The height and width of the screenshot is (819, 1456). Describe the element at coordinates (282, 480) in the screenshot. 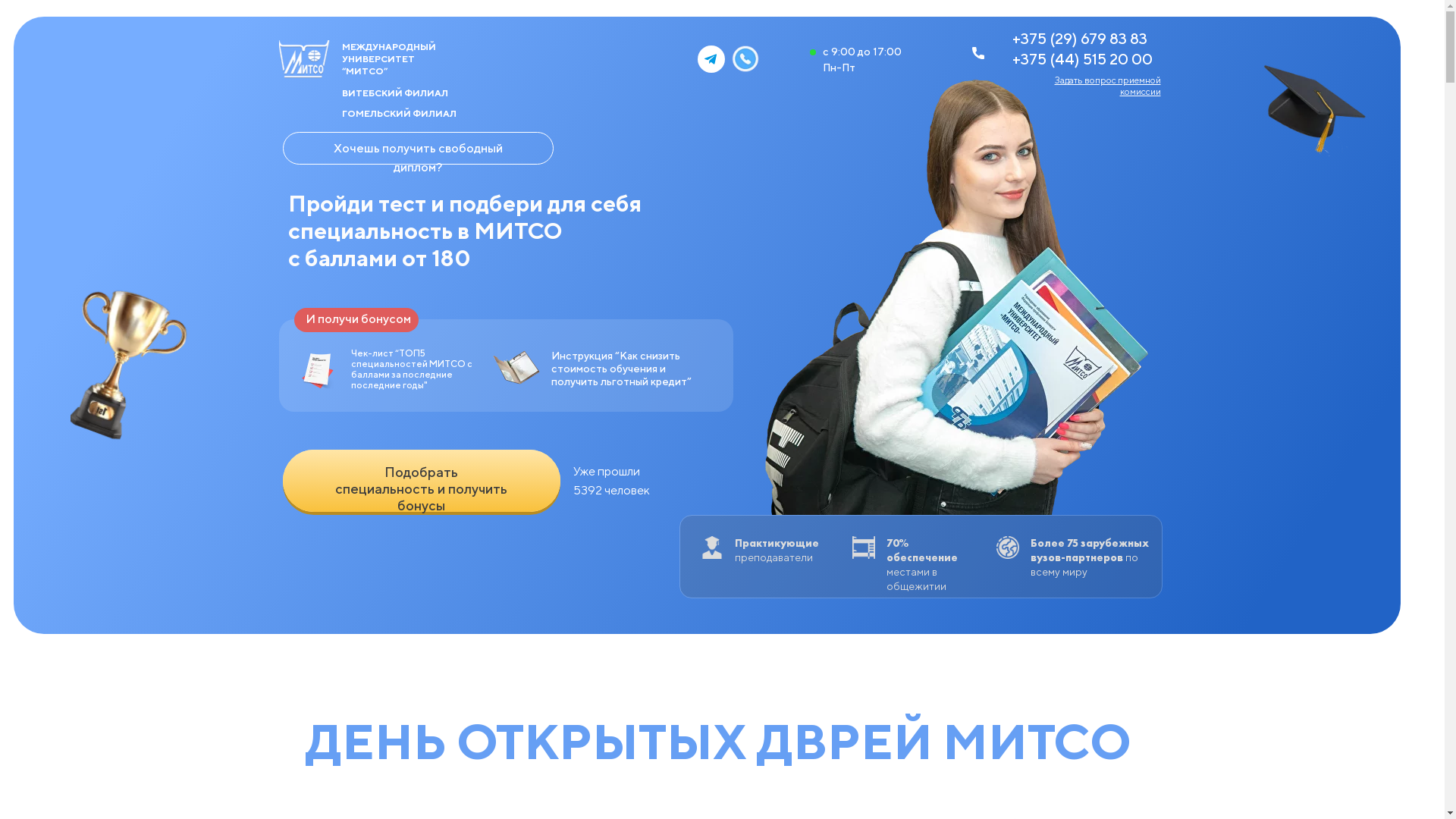

I see `'LET'S GO!'` at that location.